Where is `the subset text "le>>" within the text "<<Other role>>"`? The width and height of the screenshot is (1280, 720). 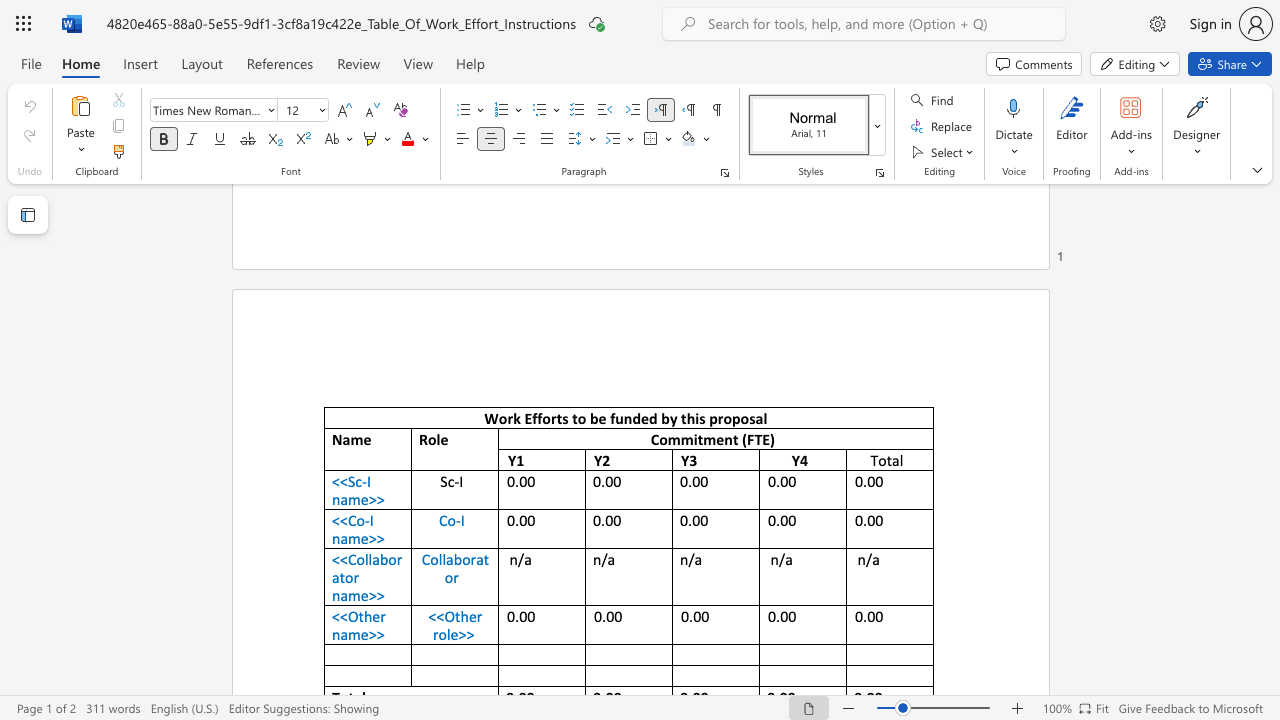
the subset text "le>>" within the text "<<Other role>>" is located at coordinates (445, 634).